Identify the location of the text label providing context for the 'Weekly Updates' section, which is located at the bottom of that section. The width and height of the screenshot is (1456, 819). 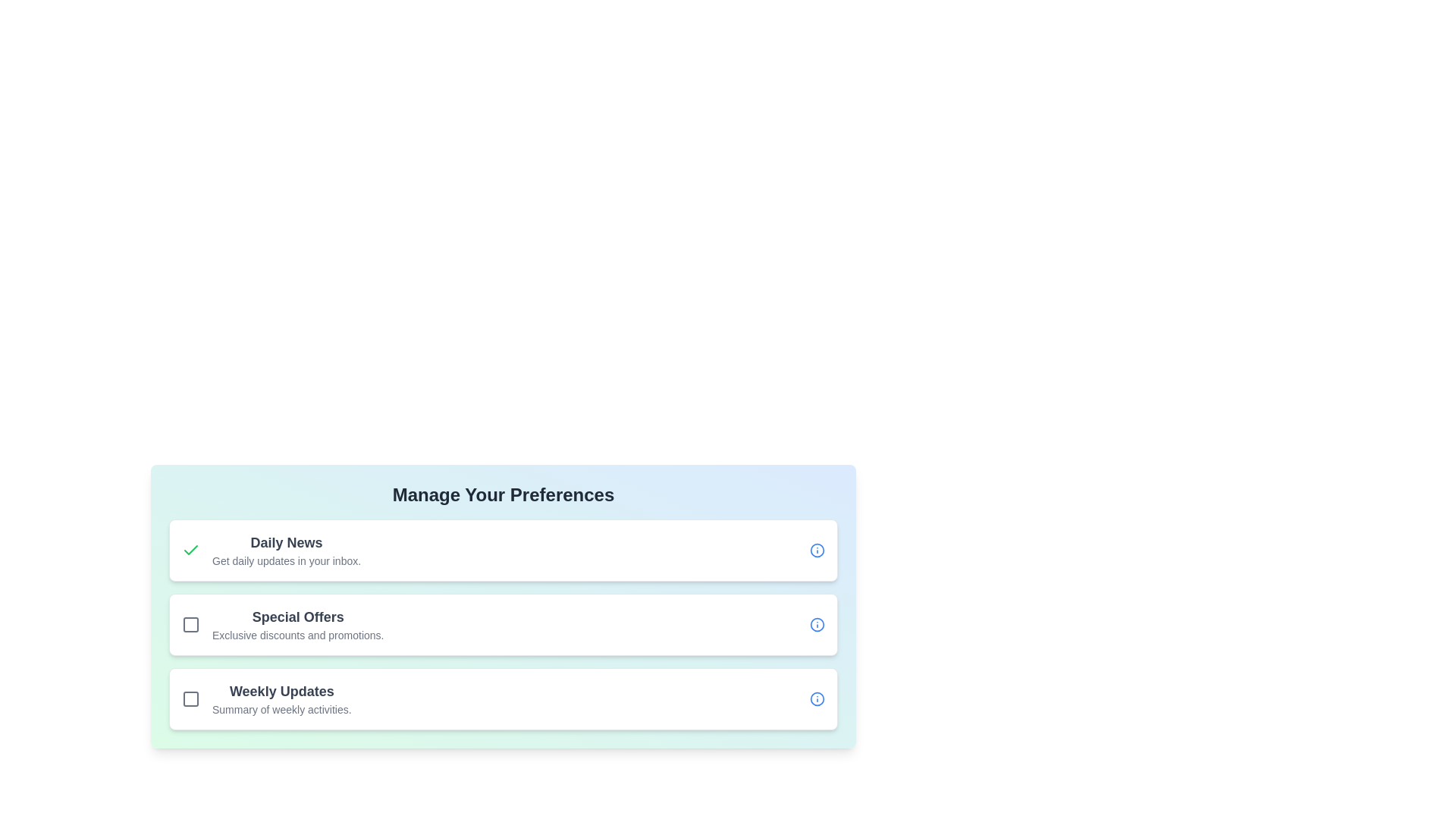
(281, 710).